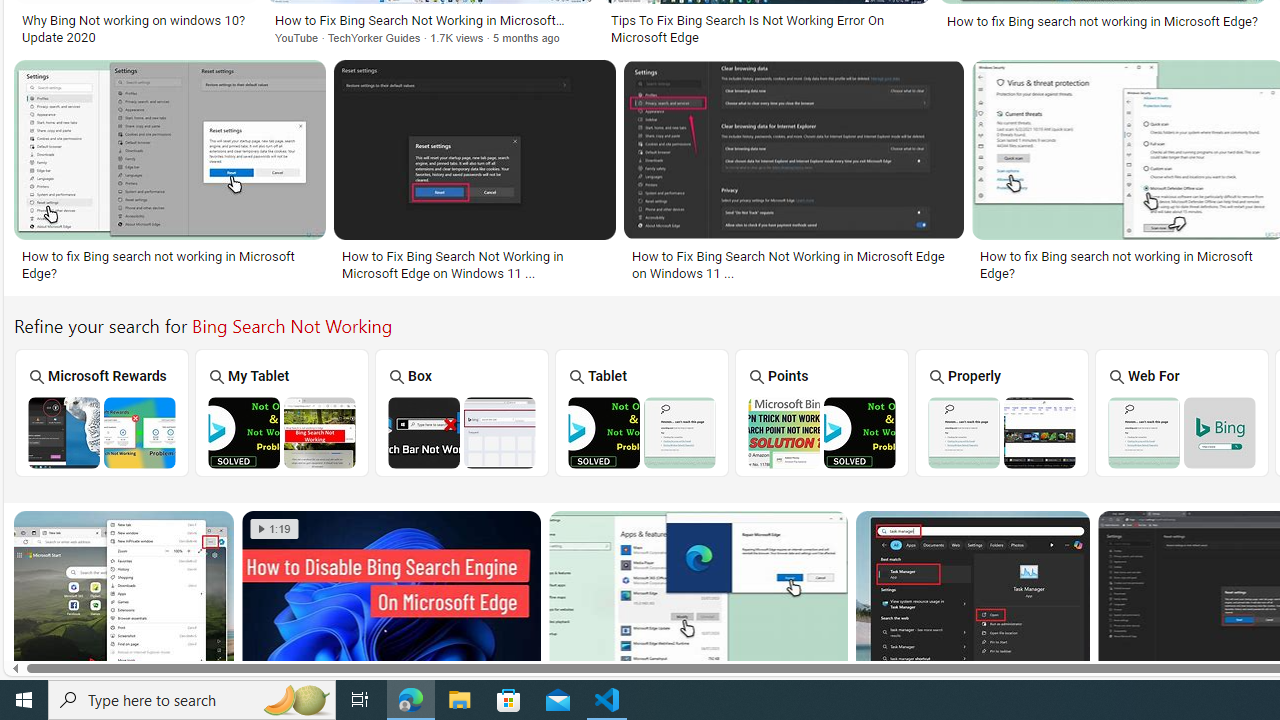 This screenshot has height=720, width=1280. What do you see at coordinates (1182, 411) in the screenshot?
I see `'Web For'` at bounding box center [1182, 411].